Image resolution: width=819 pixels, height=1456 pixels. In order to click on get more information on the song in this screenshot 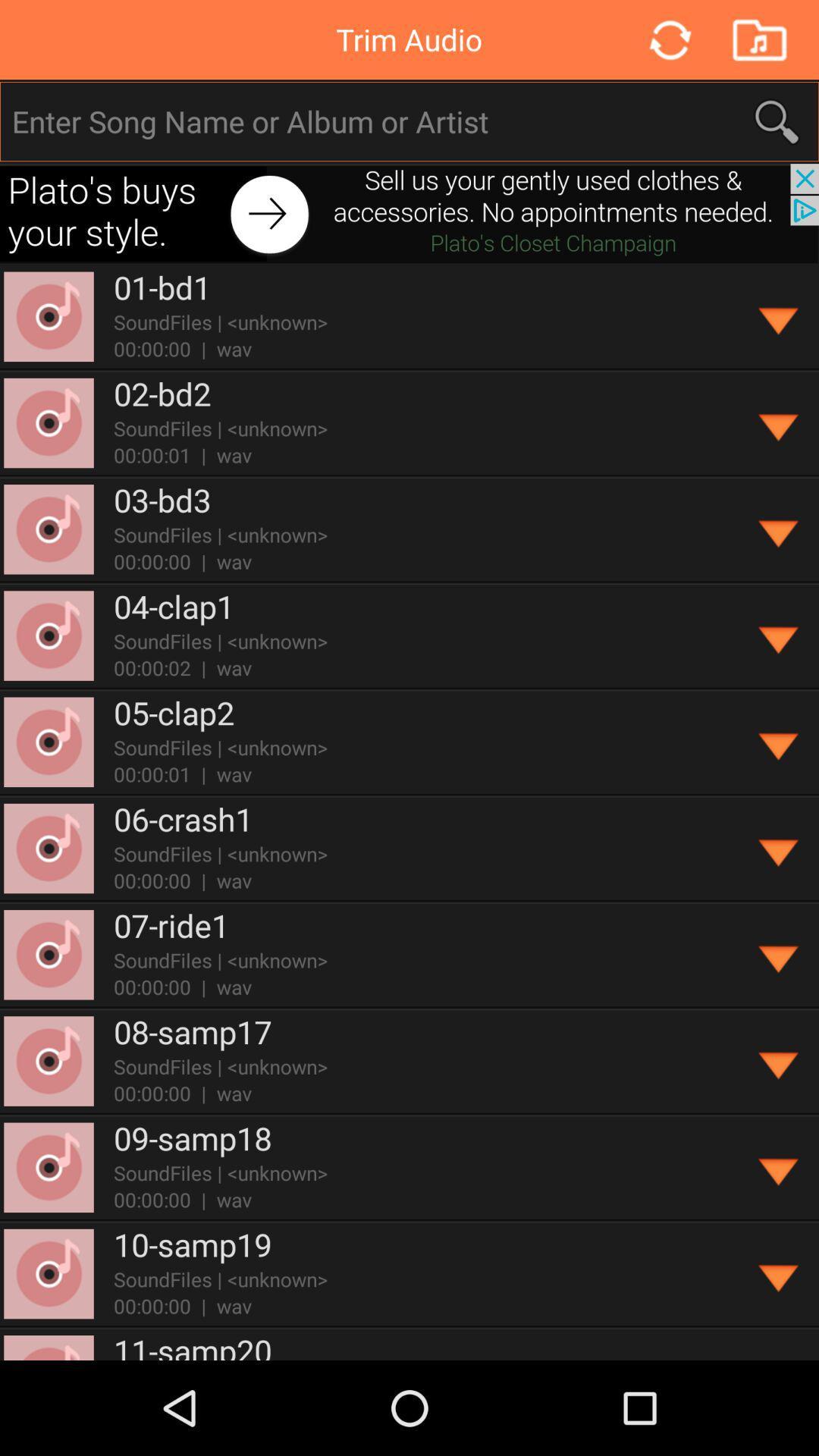, I will do `click(779, 742)`.